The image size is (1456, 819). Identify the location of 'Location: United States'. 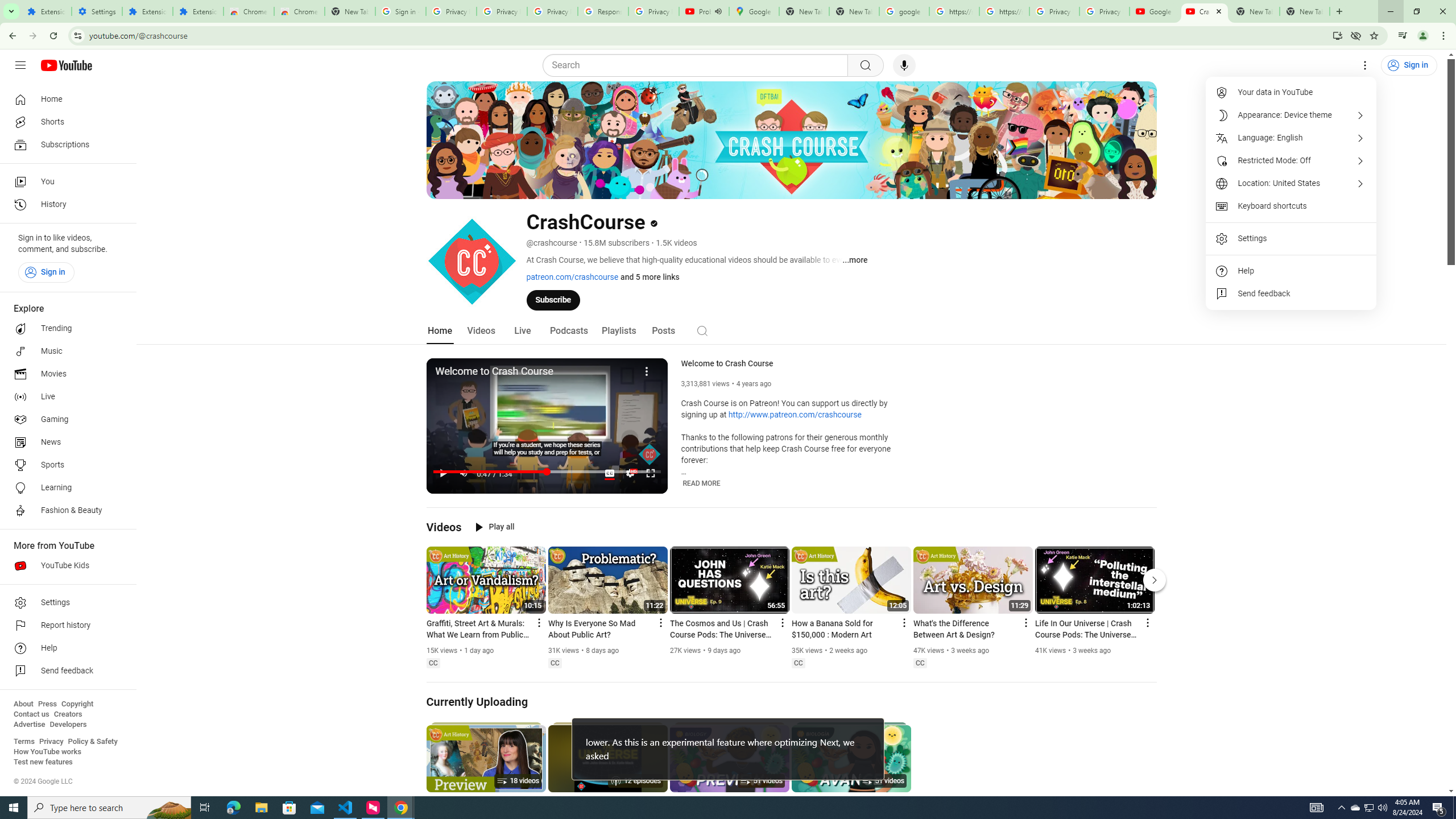
(1291, 183).